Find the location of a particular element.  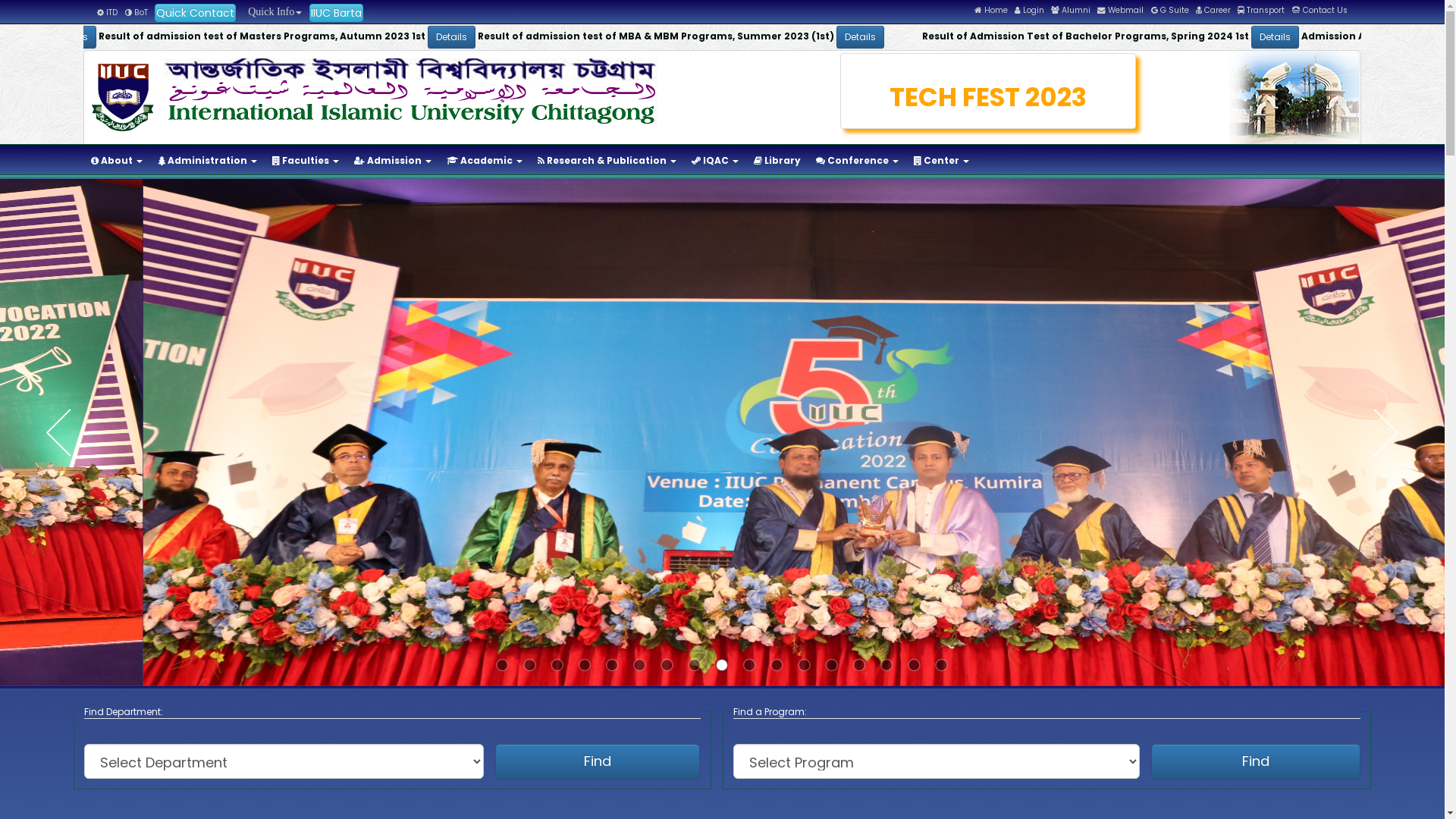

'Academic' is located at coordinates (483, 161).